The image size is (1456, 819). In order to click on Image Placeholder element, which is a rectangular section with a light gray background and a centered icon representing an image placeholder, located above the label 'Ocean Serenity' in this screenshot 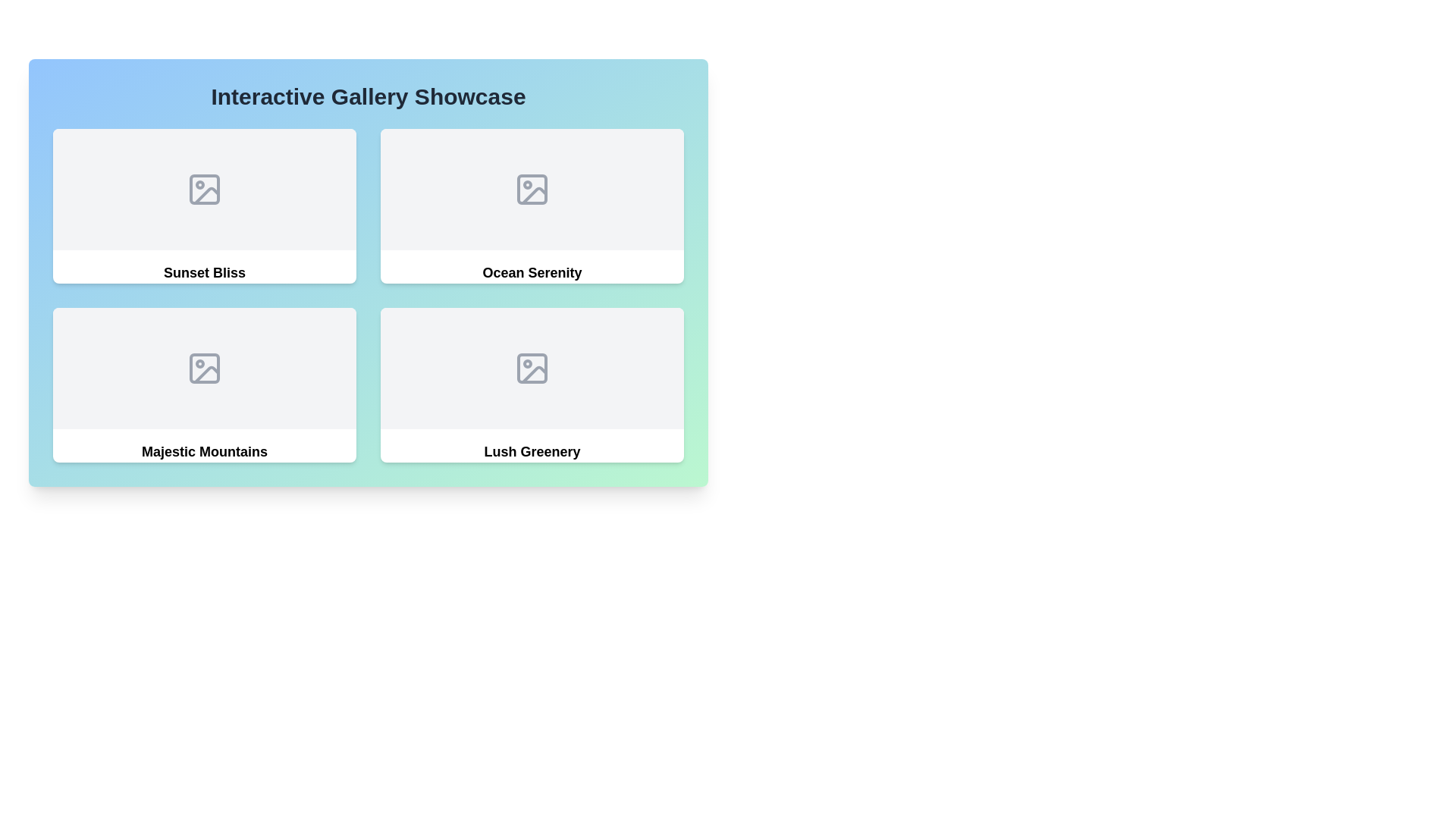, I will do `click(532, 189)`.